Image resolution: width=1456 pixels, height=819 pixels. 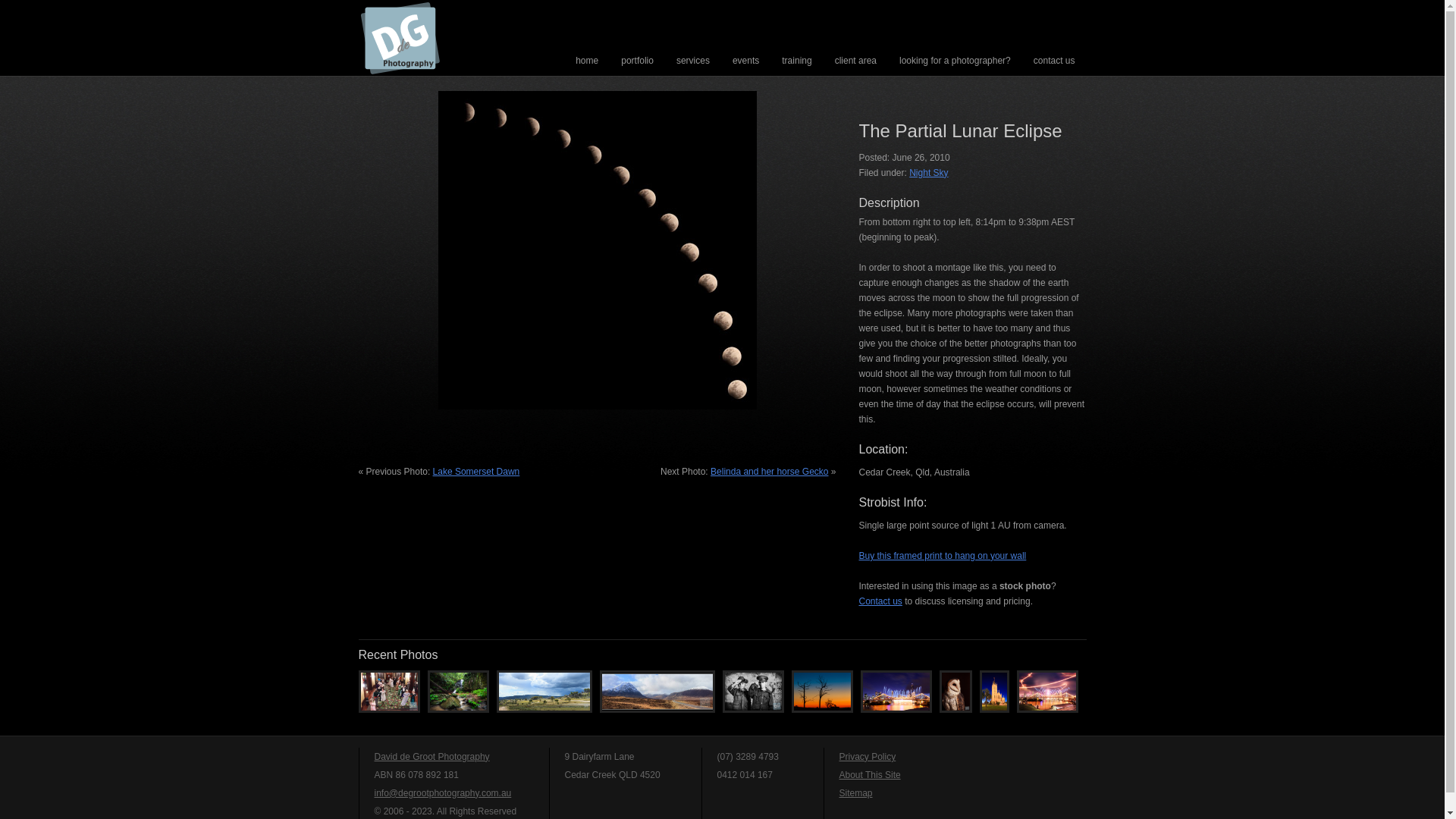 What do you see at coordinates (795, 61) in the screenshot?
I see `'training'` at bounding box center [795, 61].